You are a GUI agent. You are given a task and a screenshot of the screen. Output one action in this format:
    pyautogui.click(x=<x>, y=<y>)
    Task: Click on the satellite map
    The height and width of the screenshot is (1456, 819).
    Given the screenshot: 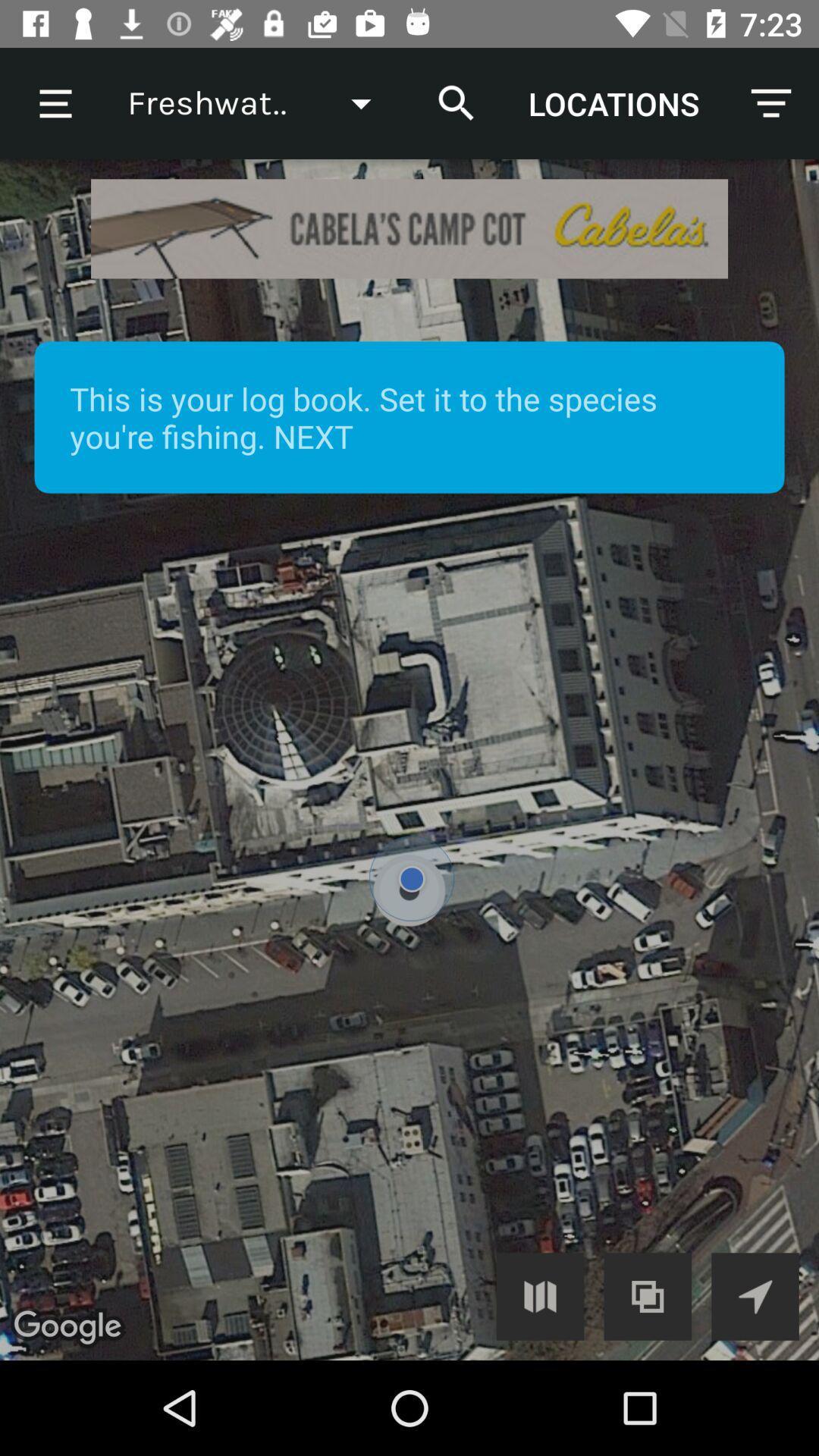 What is the action you would take?
    pyautogui.click(x=409, y=760)
    